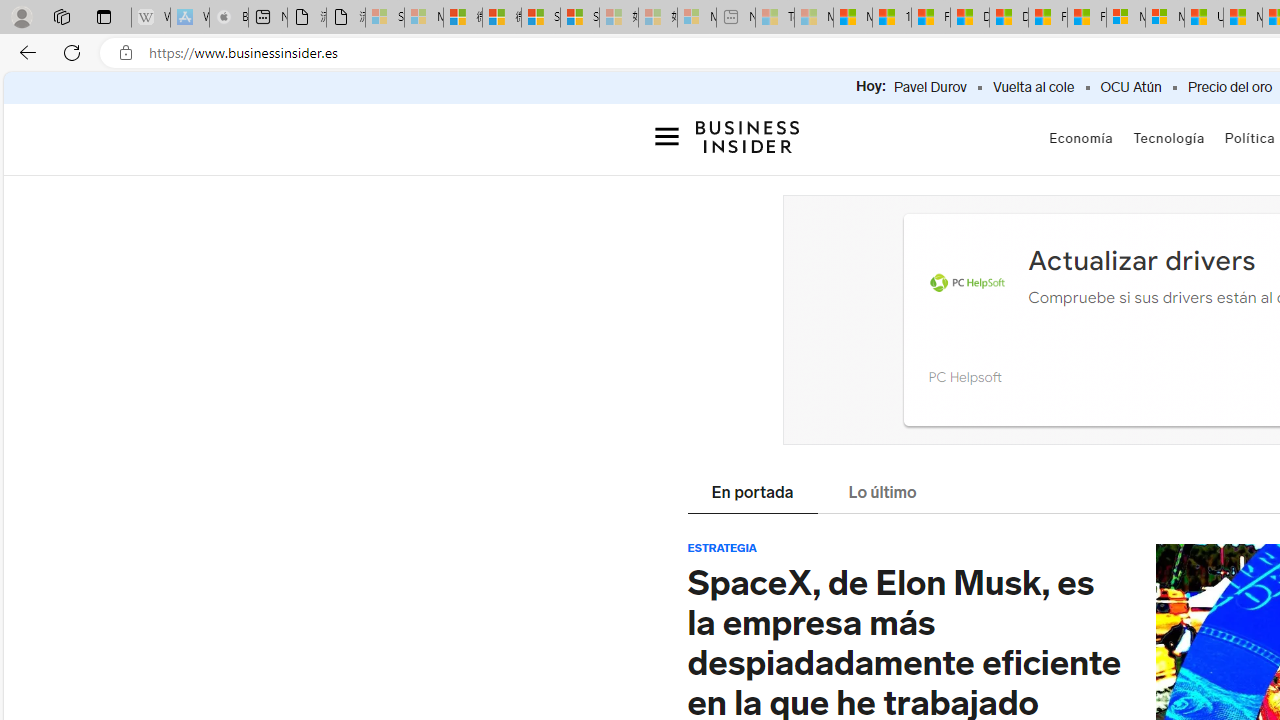 The width and height of the screenshot is (1280, 720). What do you see at coordinates (964, 376) in the screenshot?
I see `'PC Helpsoft'` at bounding box center [964, 376].